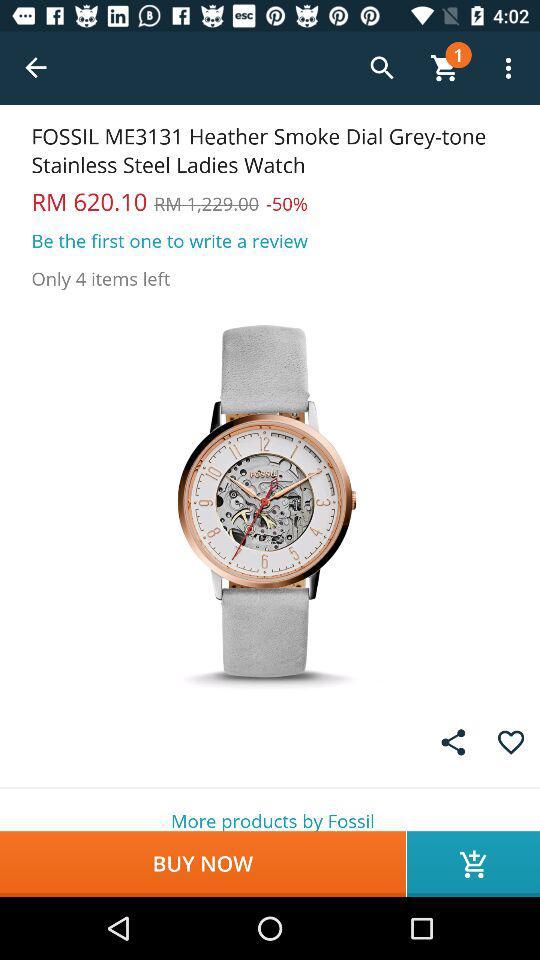  What do you see at coordinates (270, 500) in the screenshot?
I see `display of watch searched` at bounding box center [270, 500].